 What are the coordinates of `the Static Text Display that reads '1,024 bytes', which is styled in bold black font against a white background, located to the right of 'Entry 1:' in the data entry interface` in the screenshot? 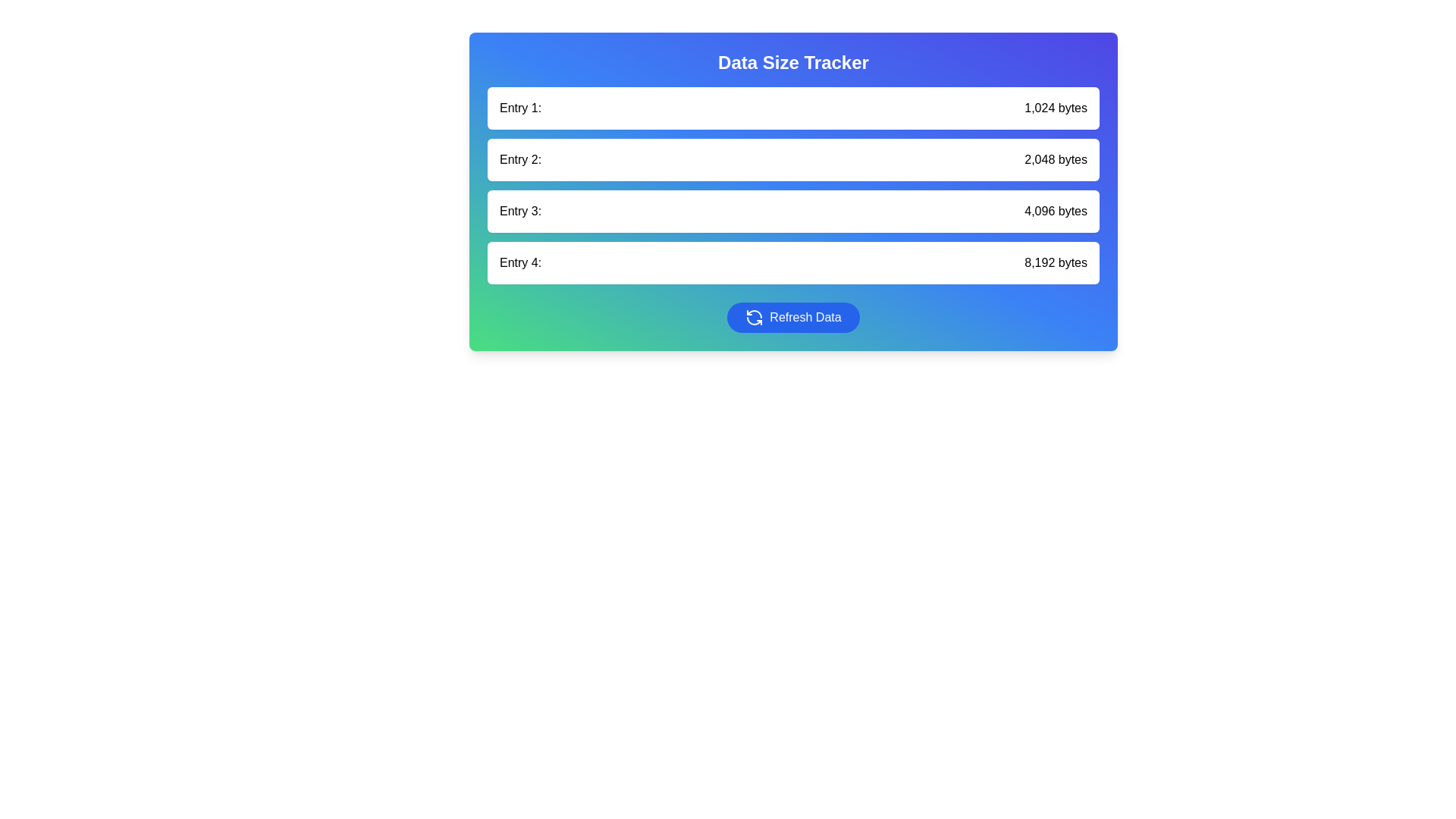 It's located at (1055, 107).